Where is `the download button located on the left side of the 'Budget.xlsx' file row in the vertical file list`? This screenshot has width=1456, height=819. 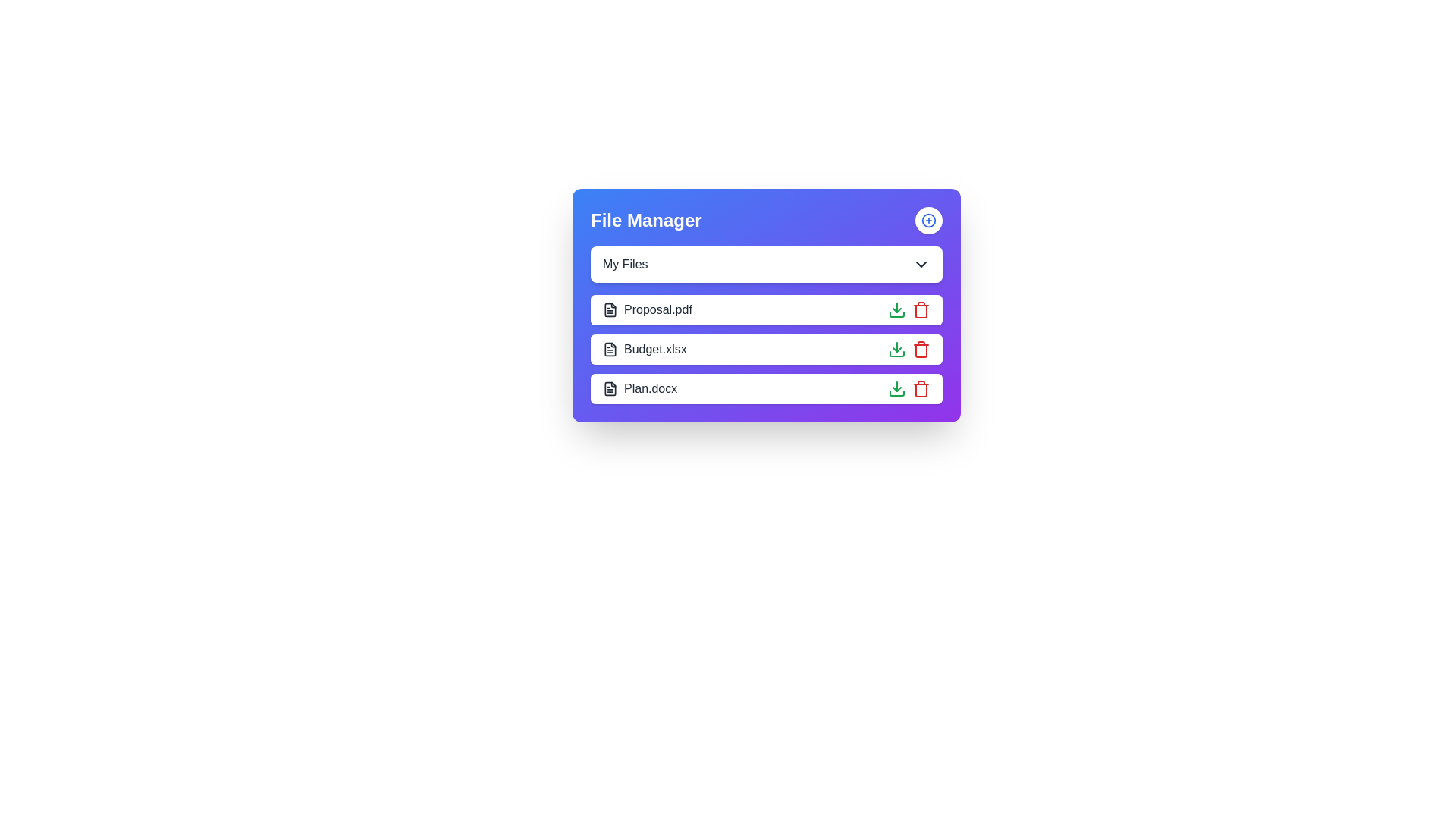 the download button located on the left side of the 'Budget.xlsx' file row in the vertical file list is located at coordinates (896, 309).